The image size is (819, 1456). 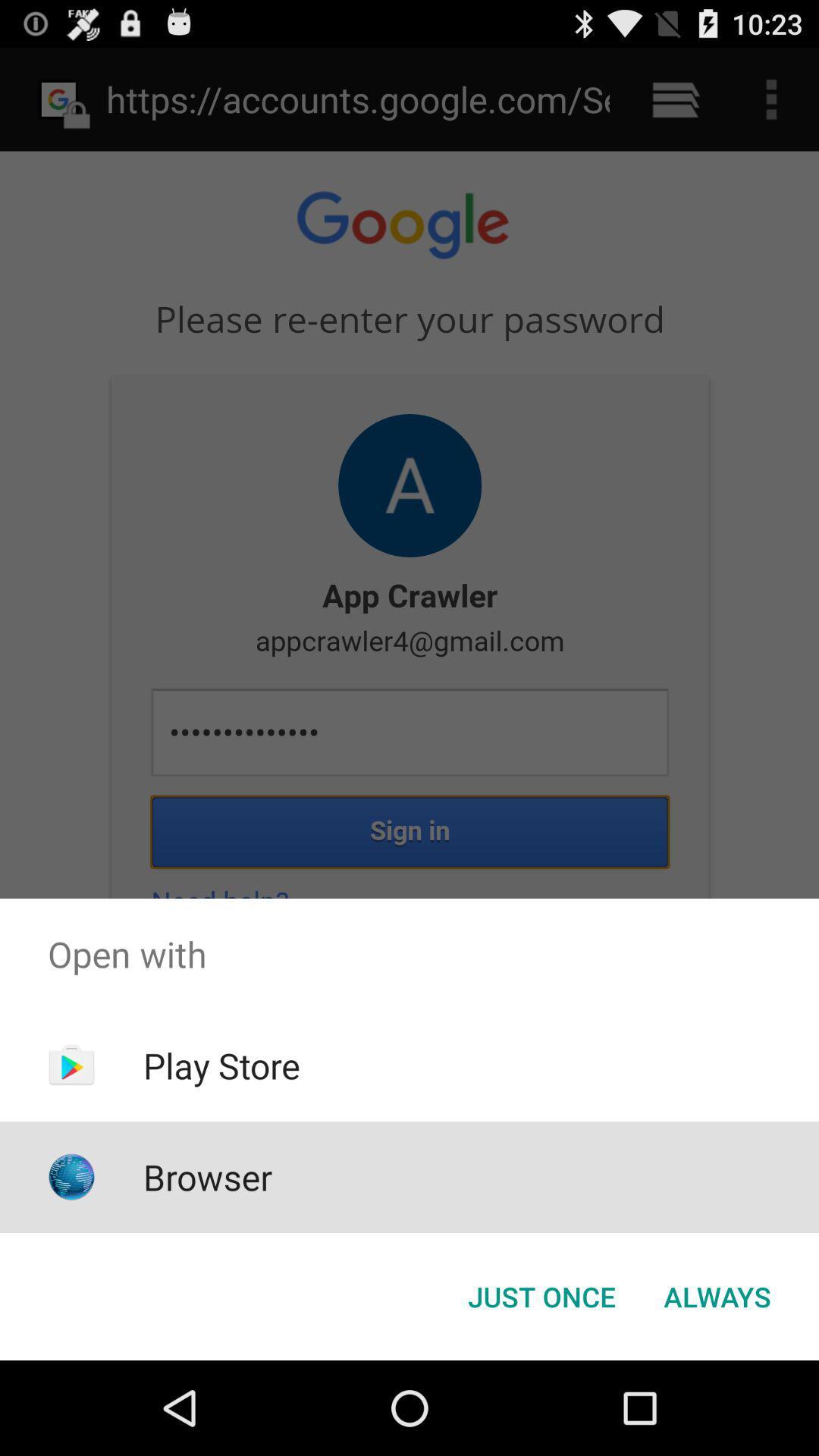 I want to click on the button next to always, so click(x=541, y=1295).